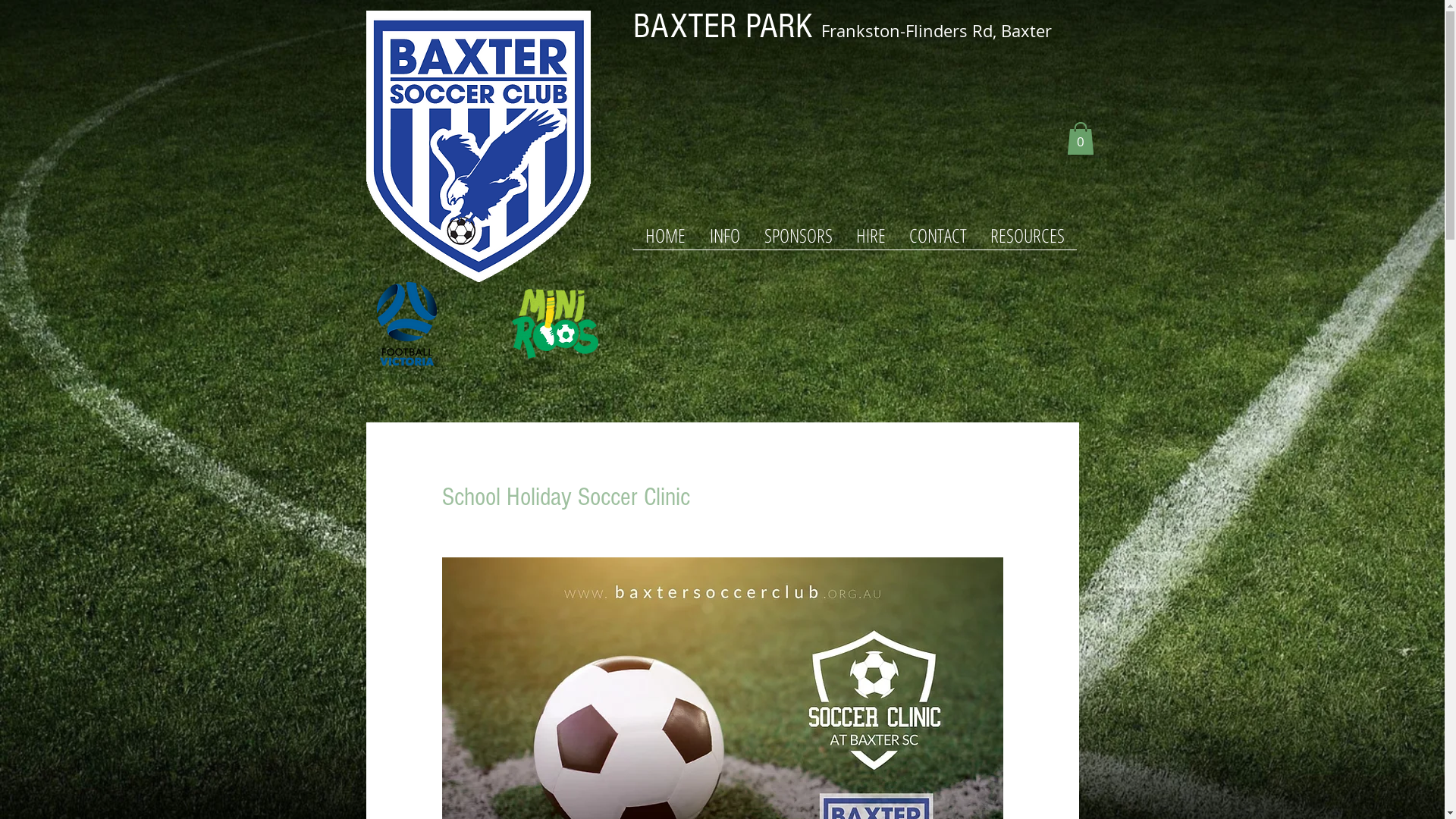  Describe the element at coordinates (1065, 138) in the screenshot. I see `'0'` at that location.